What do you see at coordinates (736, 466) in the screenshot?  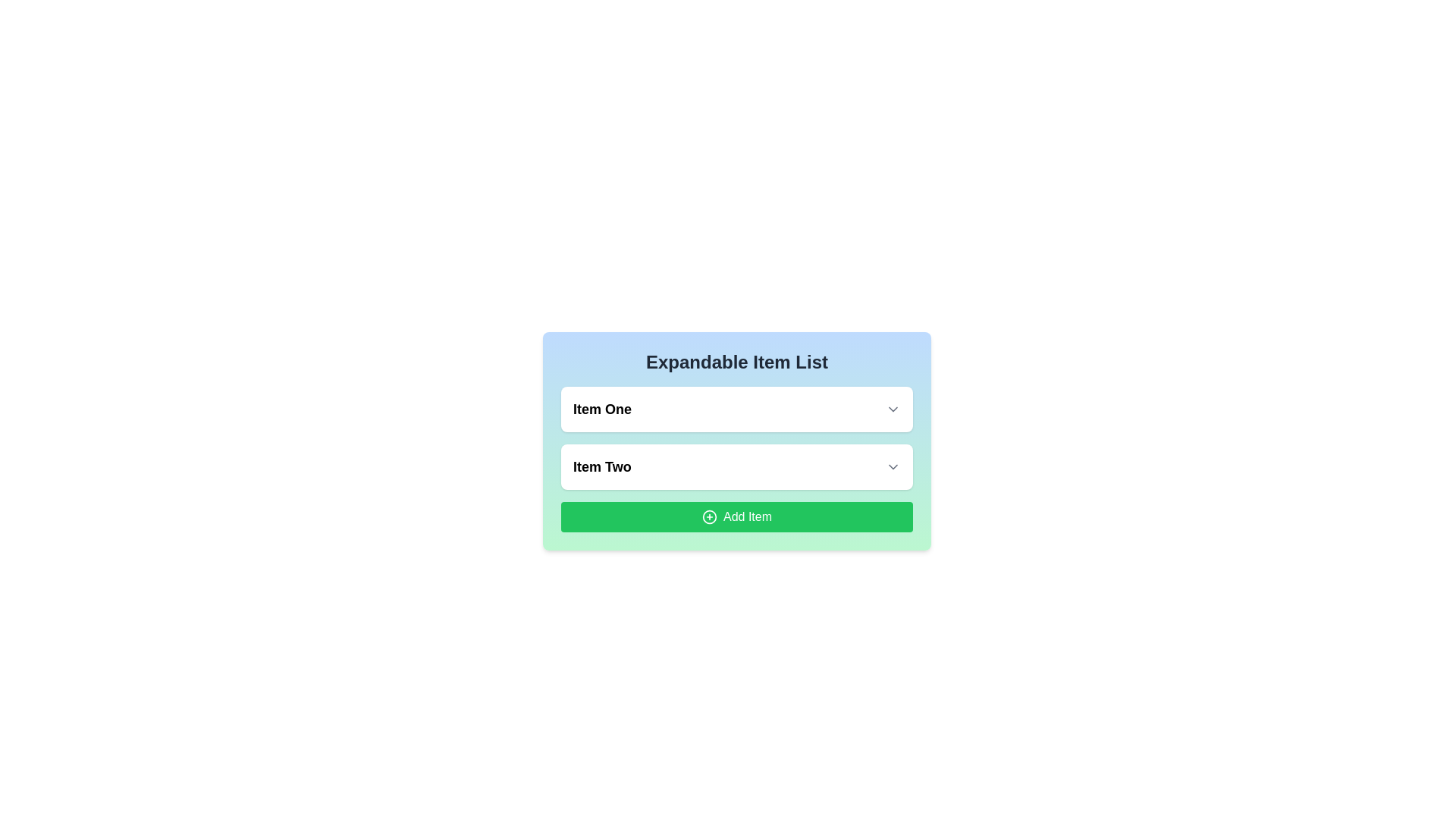 I see `the downward-facing arrow of the dropdown menu item labeled 'Item Two' to visualize interactivity` at bounding box center [736, 466].